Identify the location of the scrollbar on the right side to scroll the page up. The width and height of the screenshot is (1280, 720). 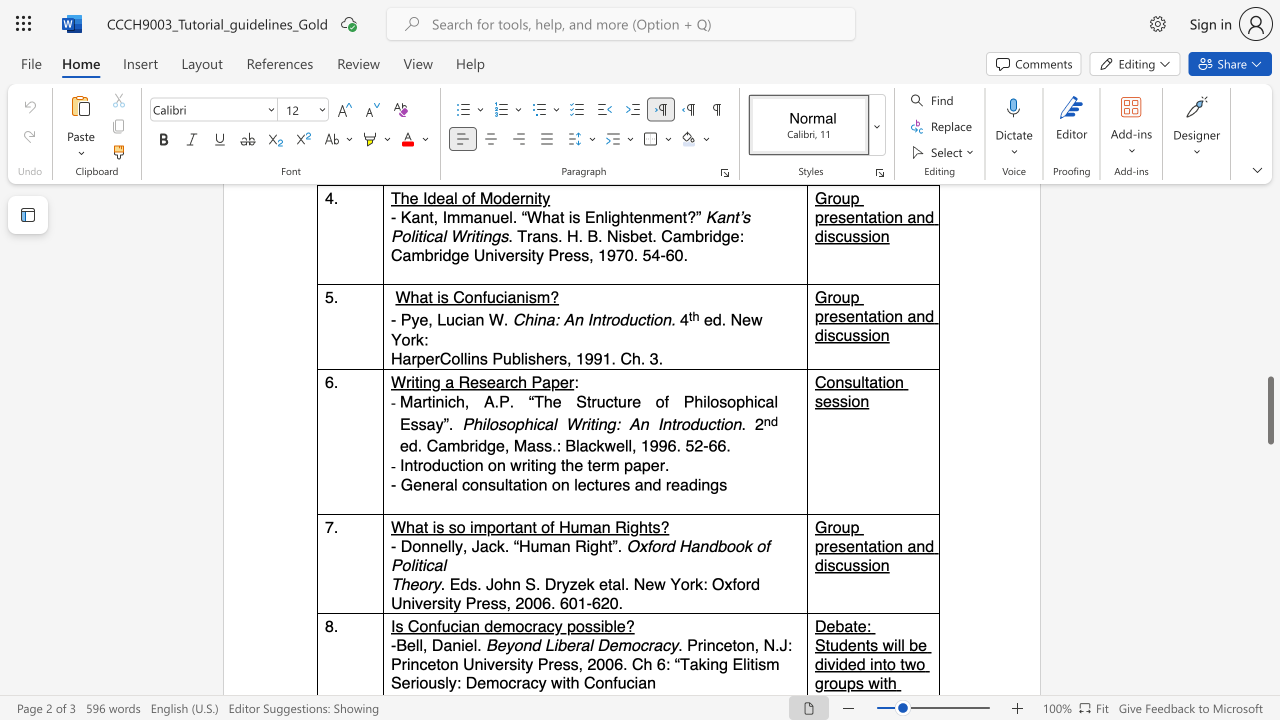
(1269, 238).